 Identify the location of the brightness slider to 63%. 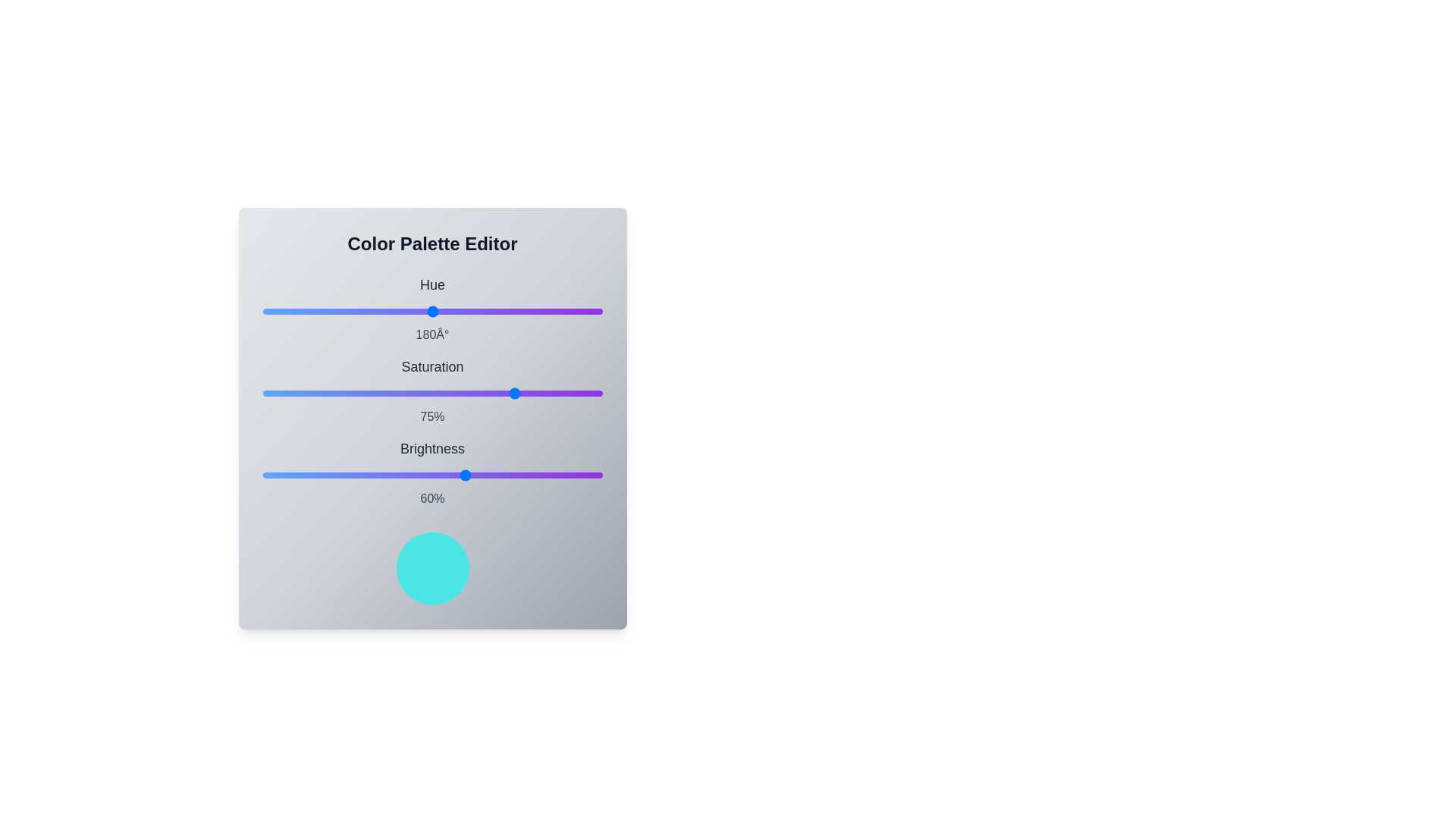
(475, 475).